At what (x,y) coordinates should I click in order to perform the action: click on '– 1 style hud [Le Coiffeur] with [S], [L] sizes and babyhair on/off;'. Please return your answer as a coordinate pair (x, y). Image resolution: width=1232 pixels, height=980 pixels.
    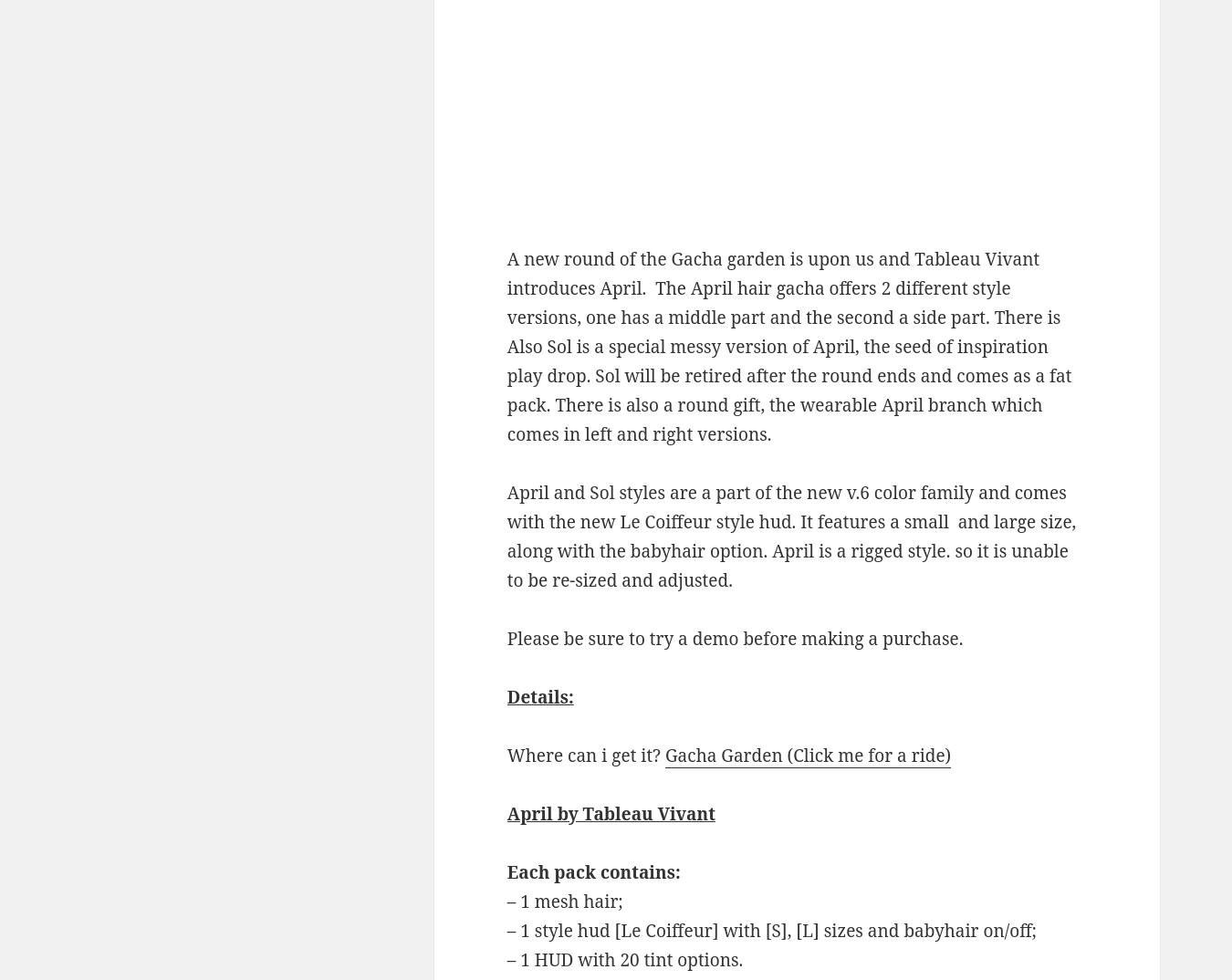
    Looking at the image, I should click on (771, 929).